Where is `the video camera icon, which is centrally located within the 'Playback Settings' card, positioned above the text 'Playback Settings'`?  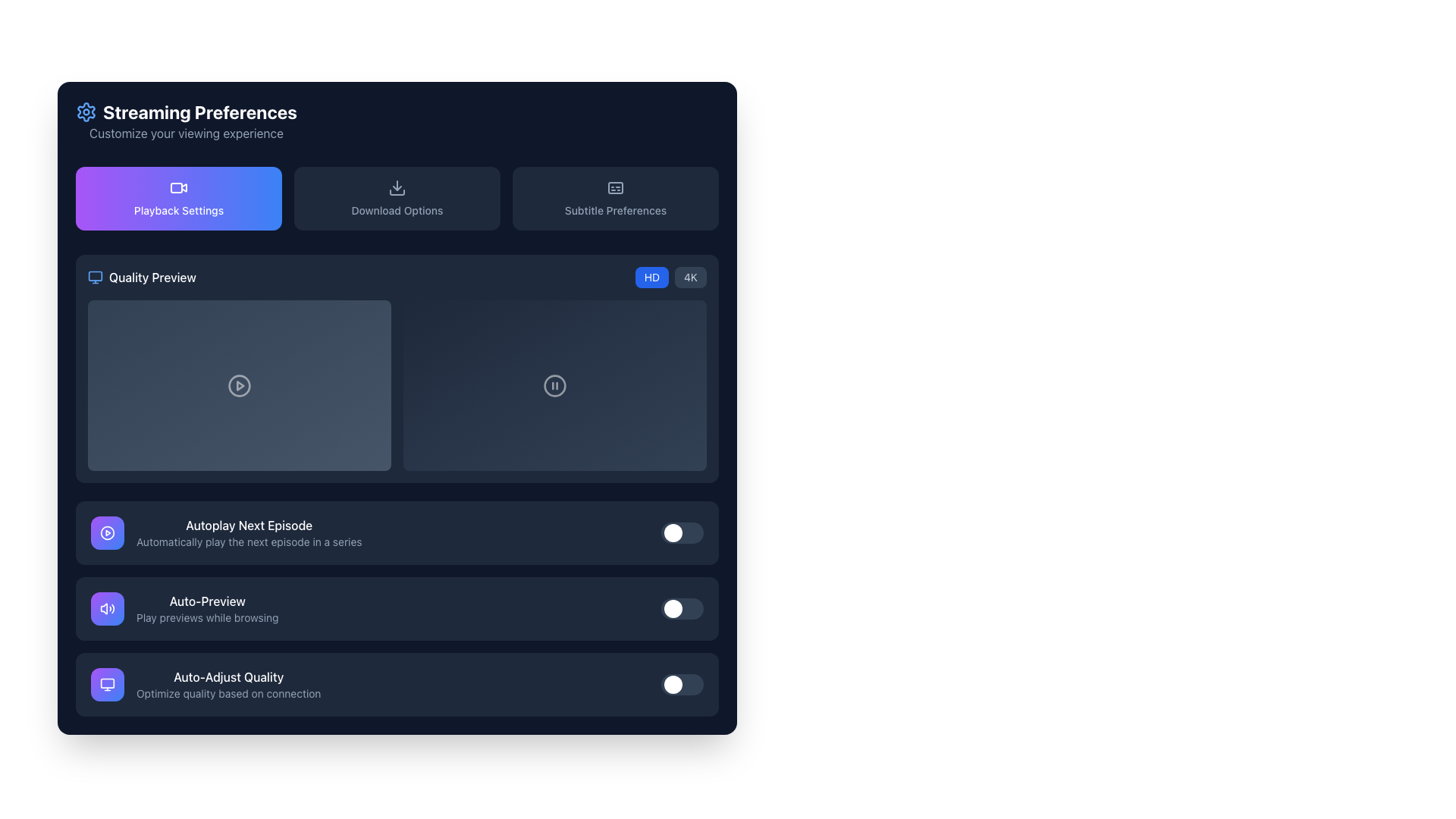 the video camera icon, which is centrally located within the 'Playback Settings' card, positioned above the text 'Playback Settings' is located at coordinates (178, 187).